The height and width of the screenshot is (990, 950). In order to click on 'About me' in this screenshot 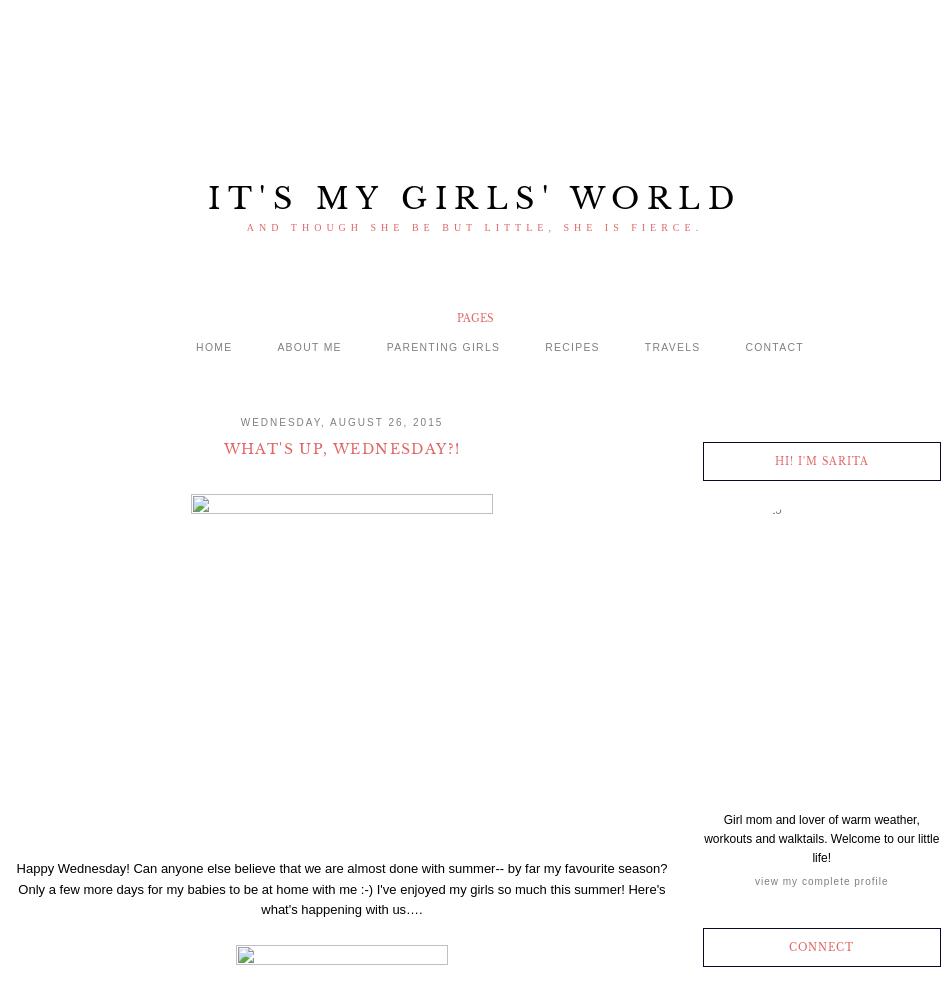, I will do `click(276, 346)`.